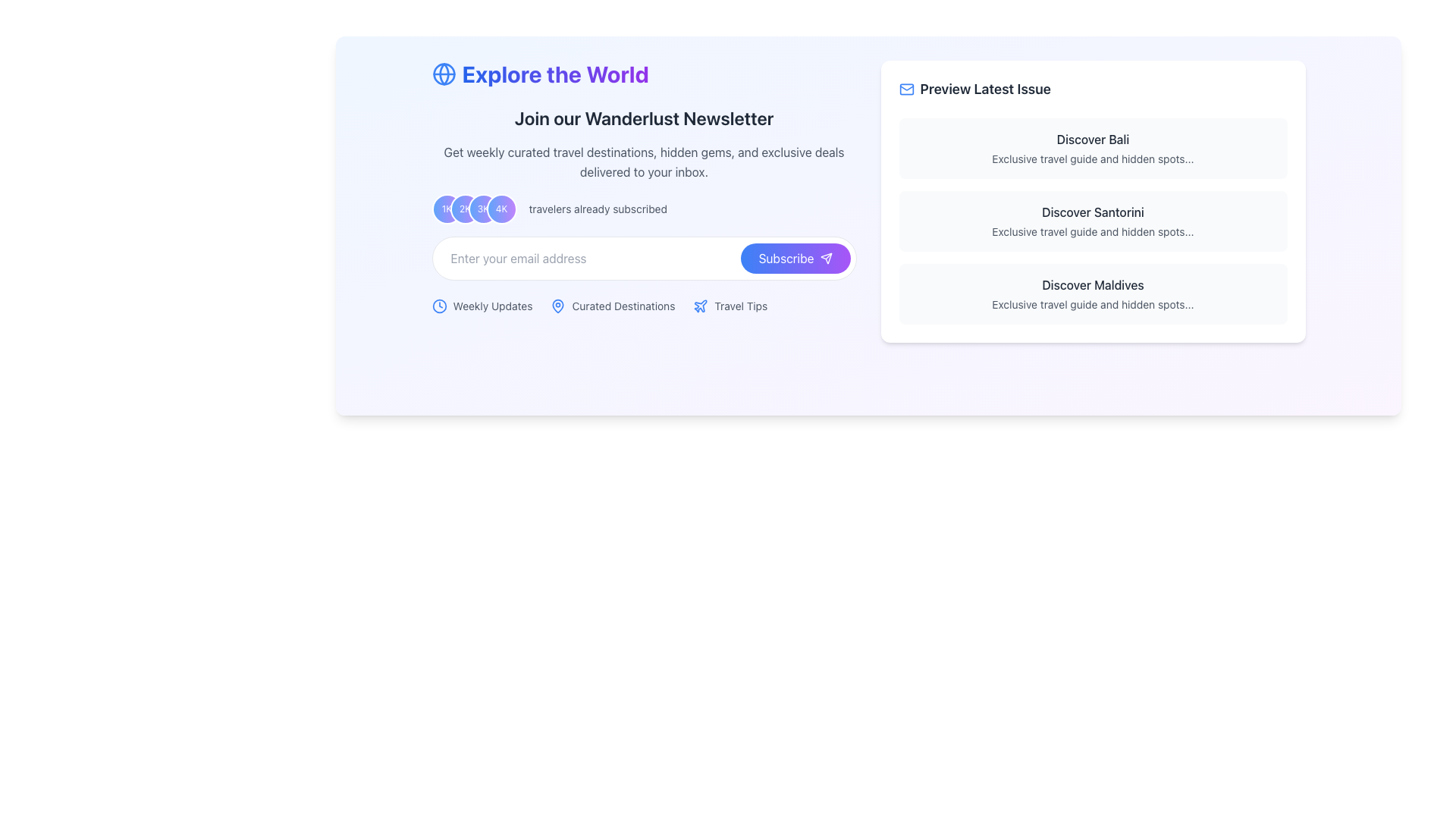 Image resolution: width=1456 pixels, height=819 pixels. Describe the element at coordinates (464, 209) in the screenshot. I see `visually on the second circular badge in the horizontal group of four, located between the '1K' and '3K' badges, to gather information` at that location.